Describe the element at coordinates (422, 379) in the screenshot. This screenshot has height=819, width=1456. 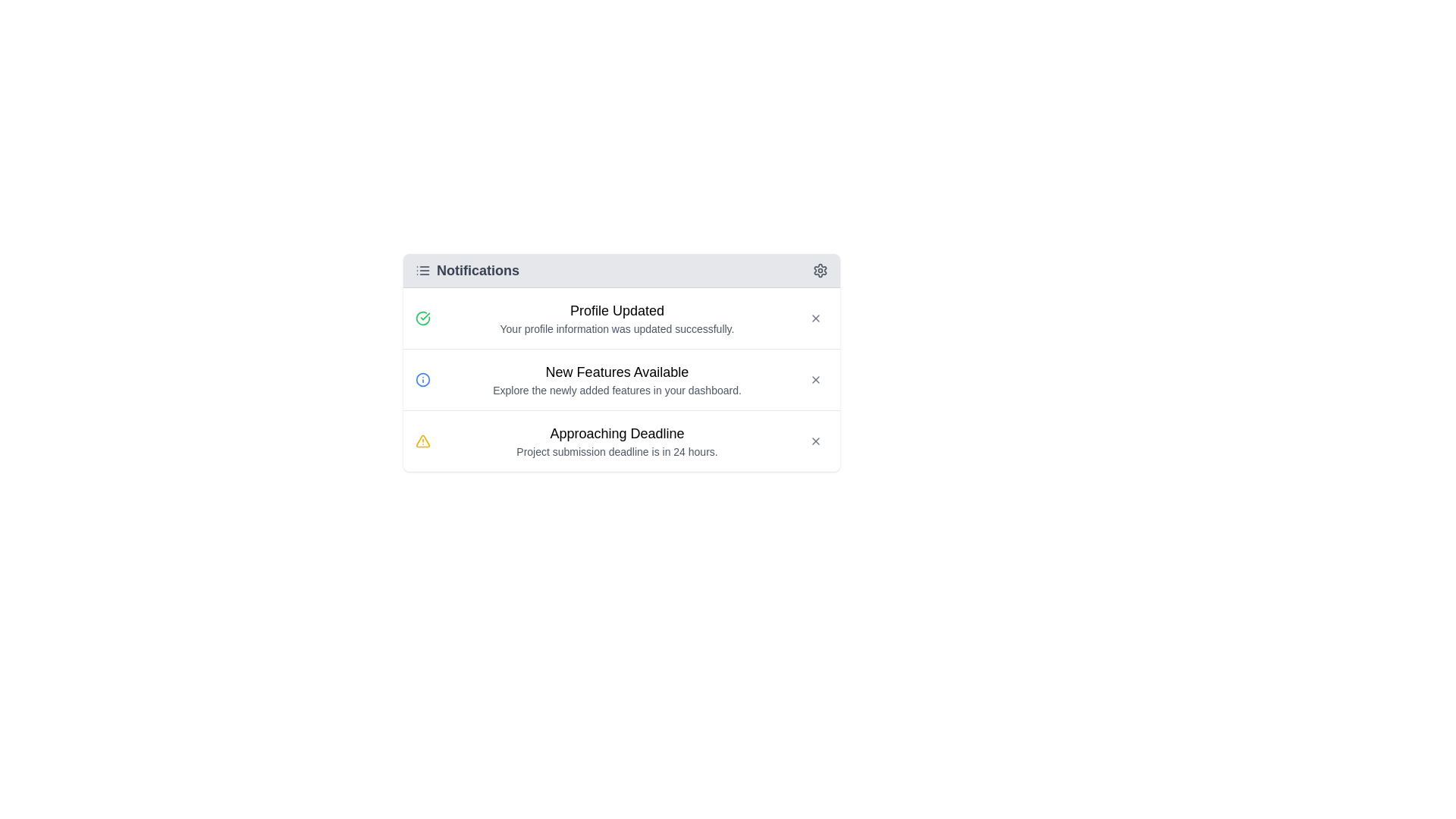
I see `blue-filled circle within the information icon located next to the 'New Features Available' notification for development purposes` at that location.